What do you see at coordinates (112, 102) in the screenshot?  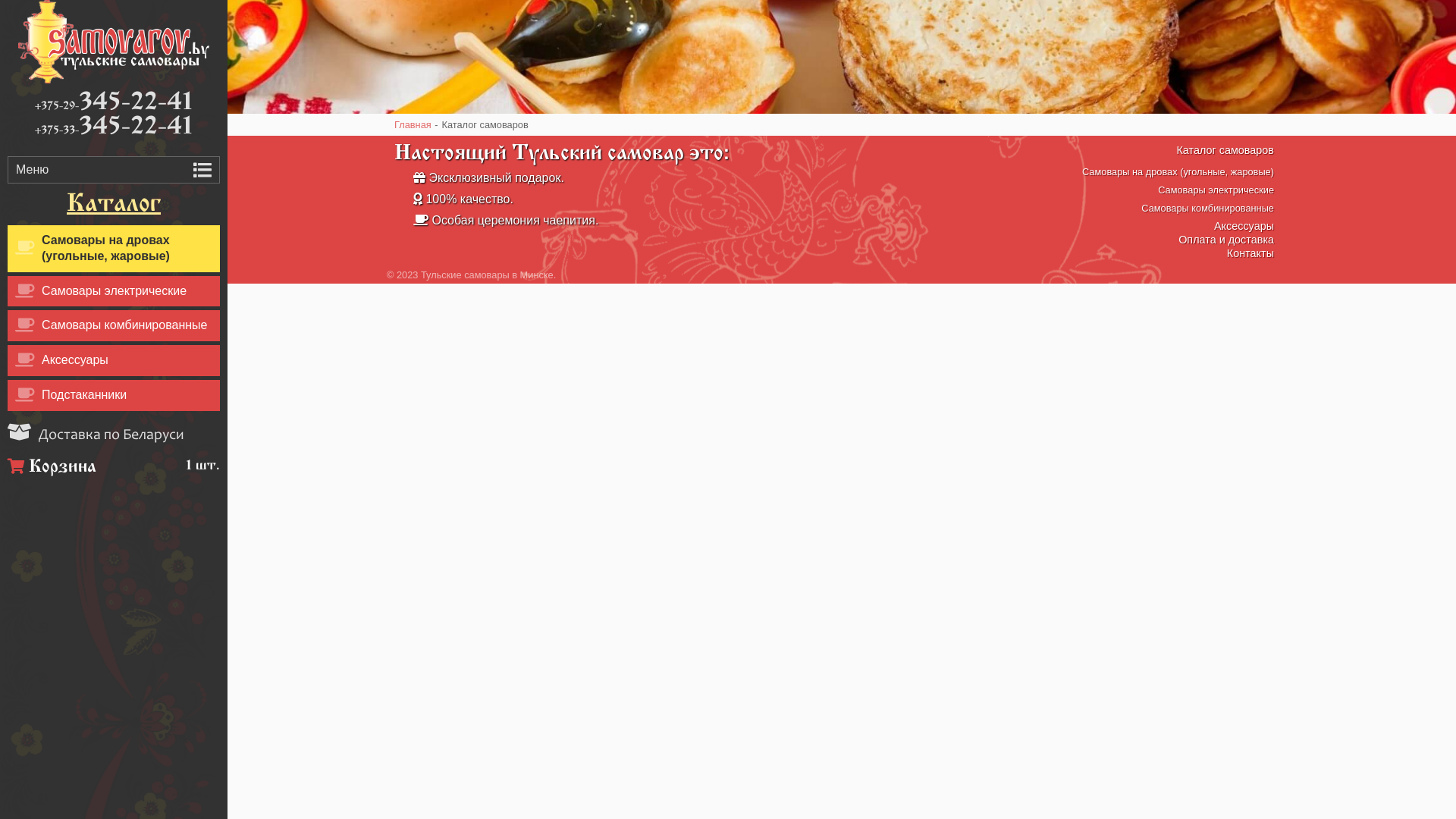 I see `'+375-29-345-22-41'` at bounding box center [112, 102].